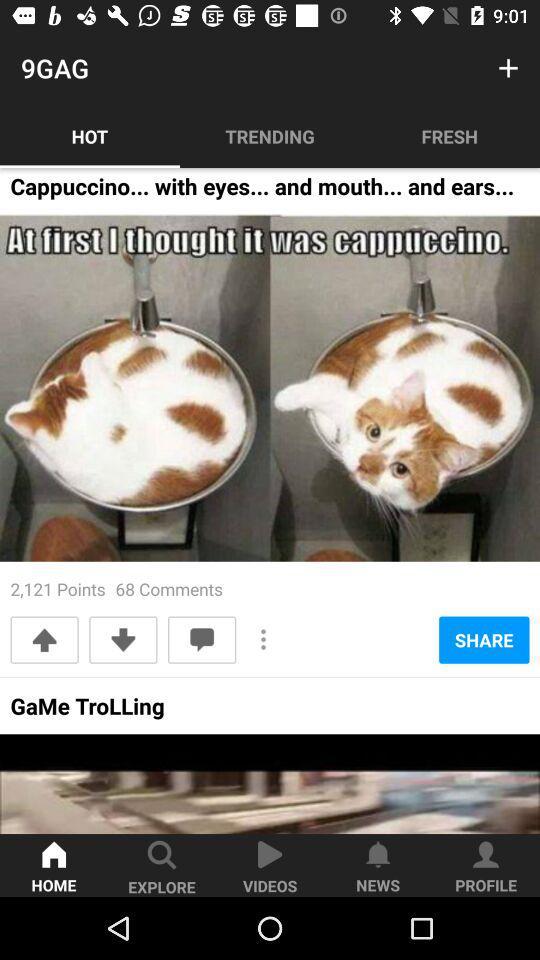 This screenshot has height=960, width=540. I want to click on one line text below the tab hot at top, so click(262, 192).